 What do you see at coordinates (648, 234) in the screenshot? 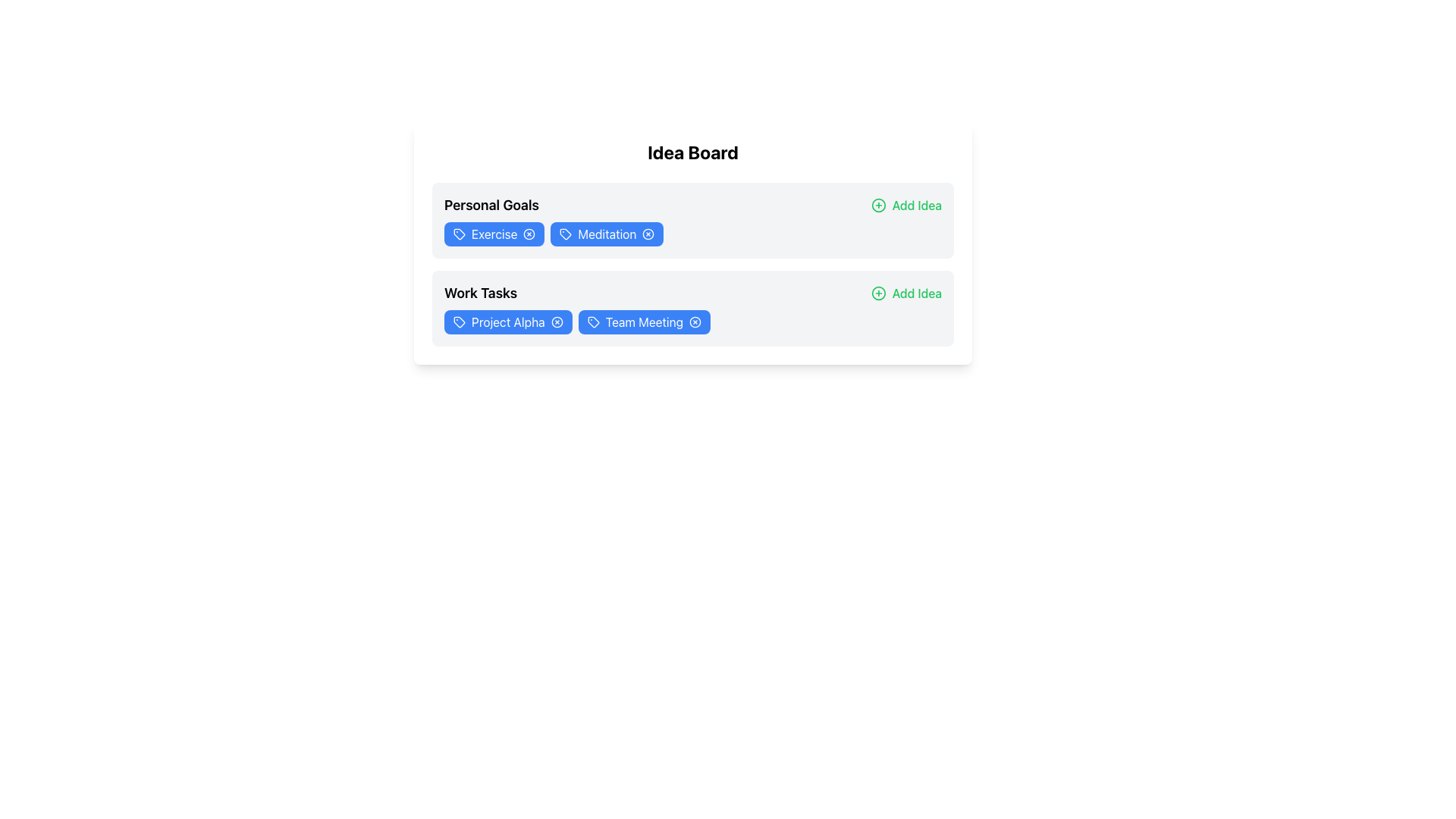
I see `the delete button associated with the 'Meditation' label` at bounding box center [648, 234].